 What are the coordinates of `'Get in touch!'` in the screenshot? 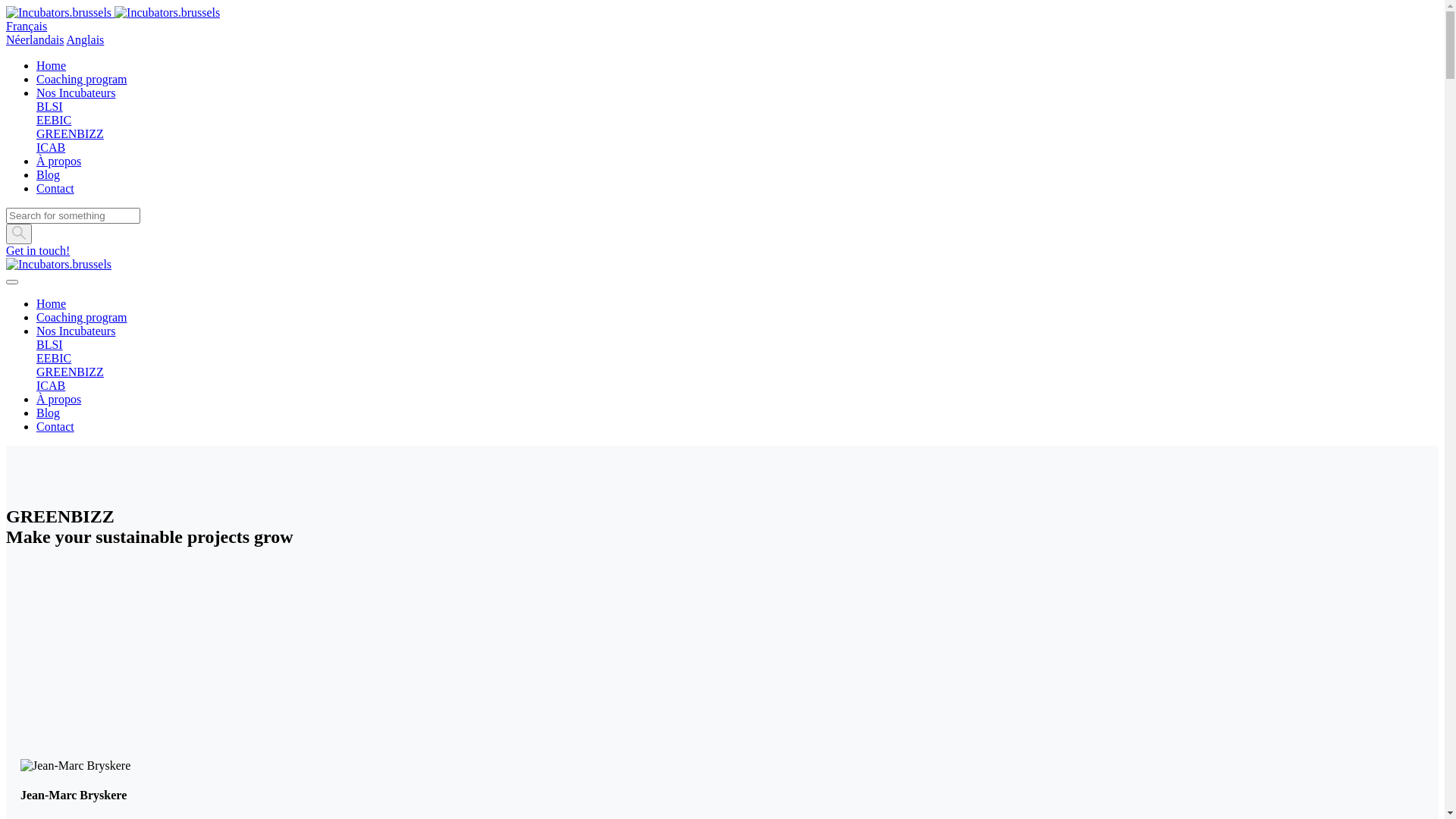 It's located at (37, 249).